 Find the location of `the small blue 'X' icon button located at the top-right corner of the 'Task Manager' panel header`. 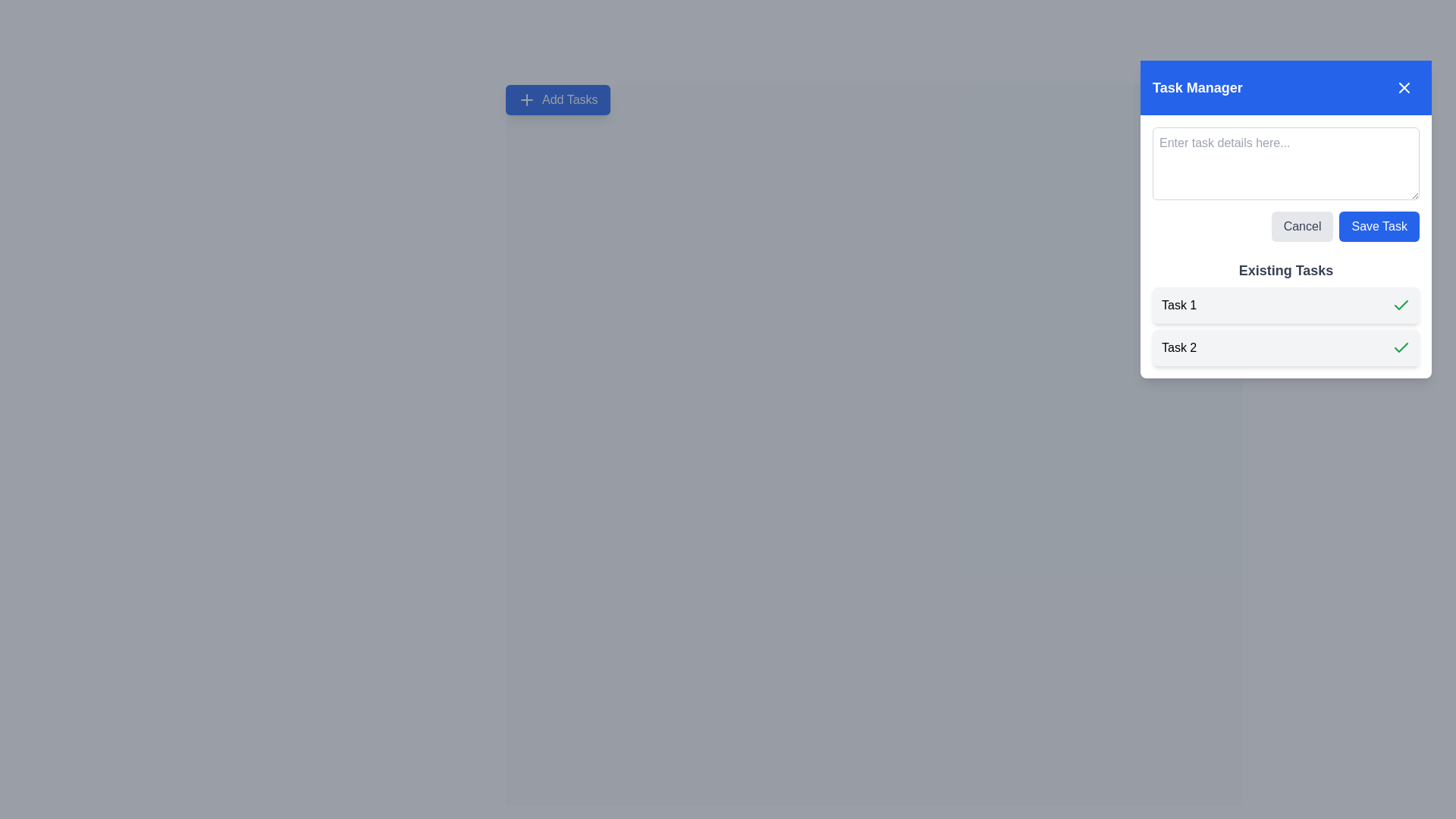

the small blue 'X' icon button located at the top-right corner of the 'Task Manager' panel header is located at coordinates (1404, 87).